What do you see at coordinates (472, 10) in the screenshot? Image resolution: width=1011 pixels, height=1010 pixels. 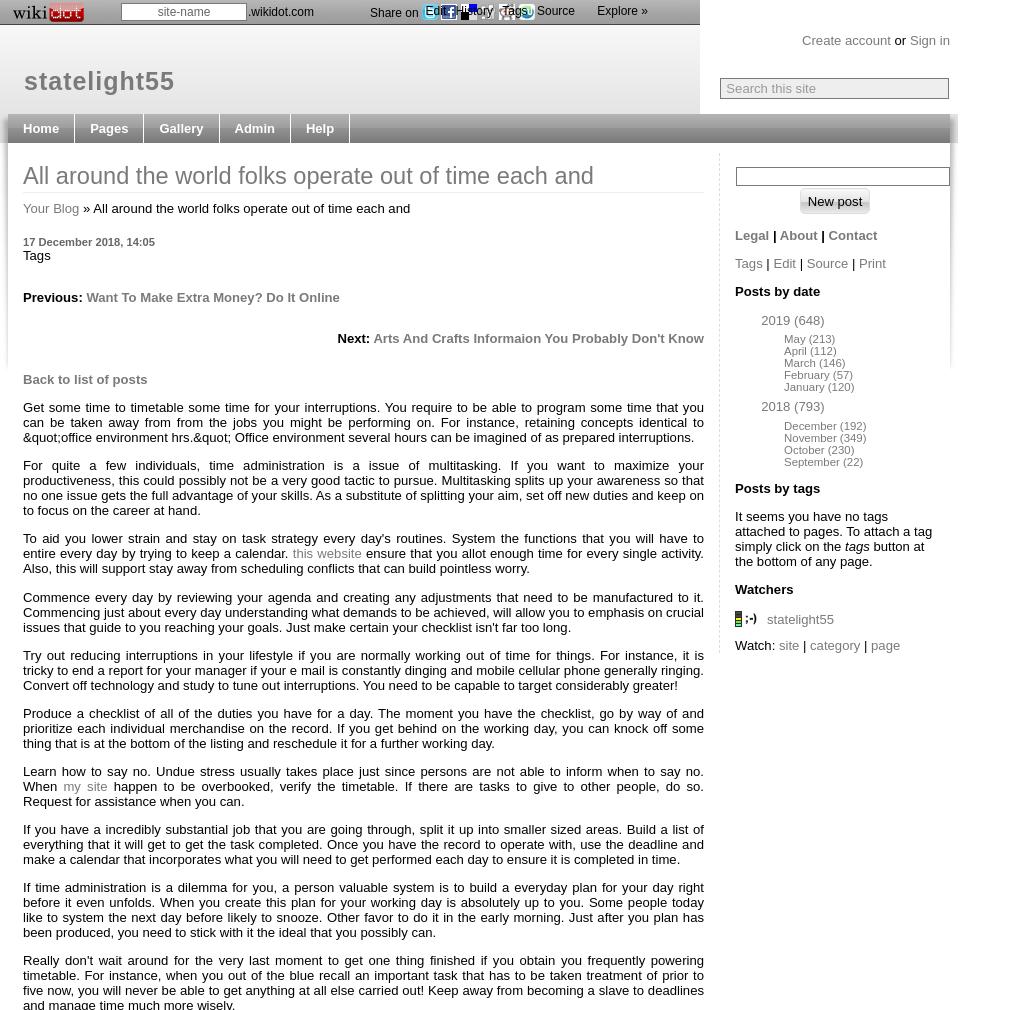 I see `'History'` at bounding box center [472, 10].